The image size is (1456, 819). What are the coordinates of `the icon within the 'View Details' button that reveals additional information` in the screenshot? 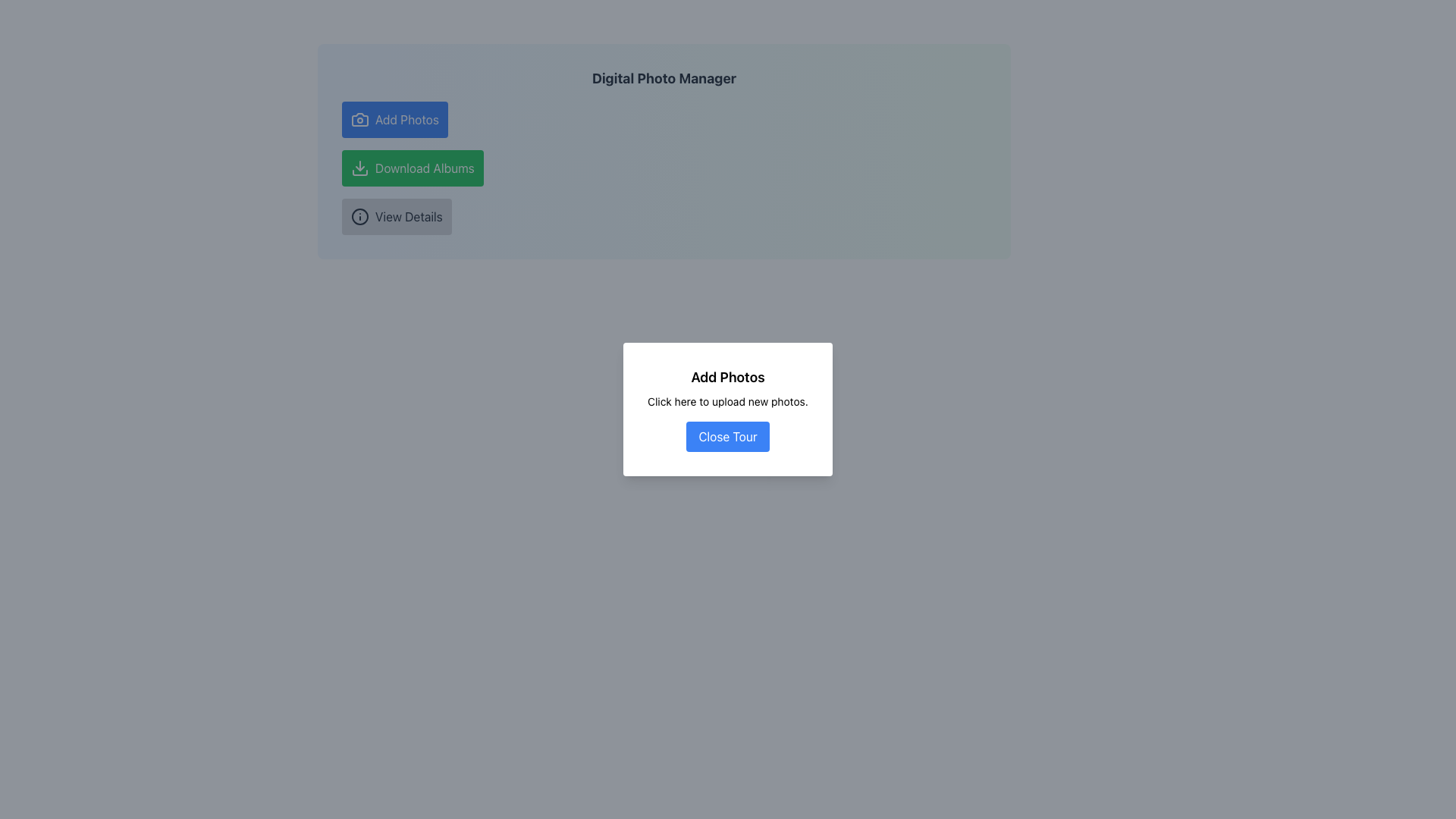 It's located at (359, 216).